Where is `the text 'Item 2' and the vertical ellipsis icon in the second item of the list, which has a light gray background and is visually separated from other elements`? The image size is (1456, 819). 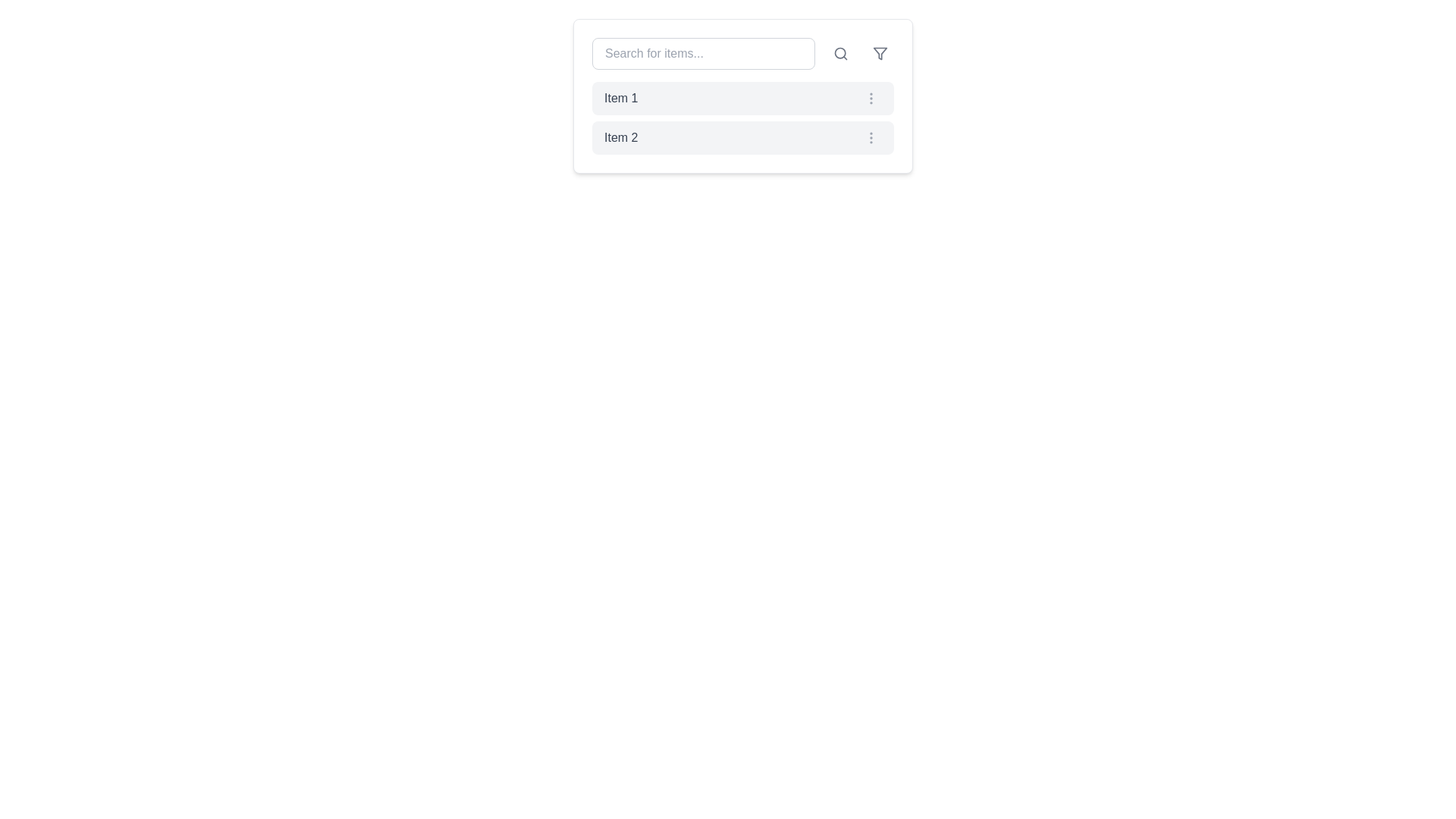 the text 'Item 2' and the vertical ellipsis icon in the second item of the list, which has a light gray background and is visually separated from other elements is located at coordinates (742, 137).